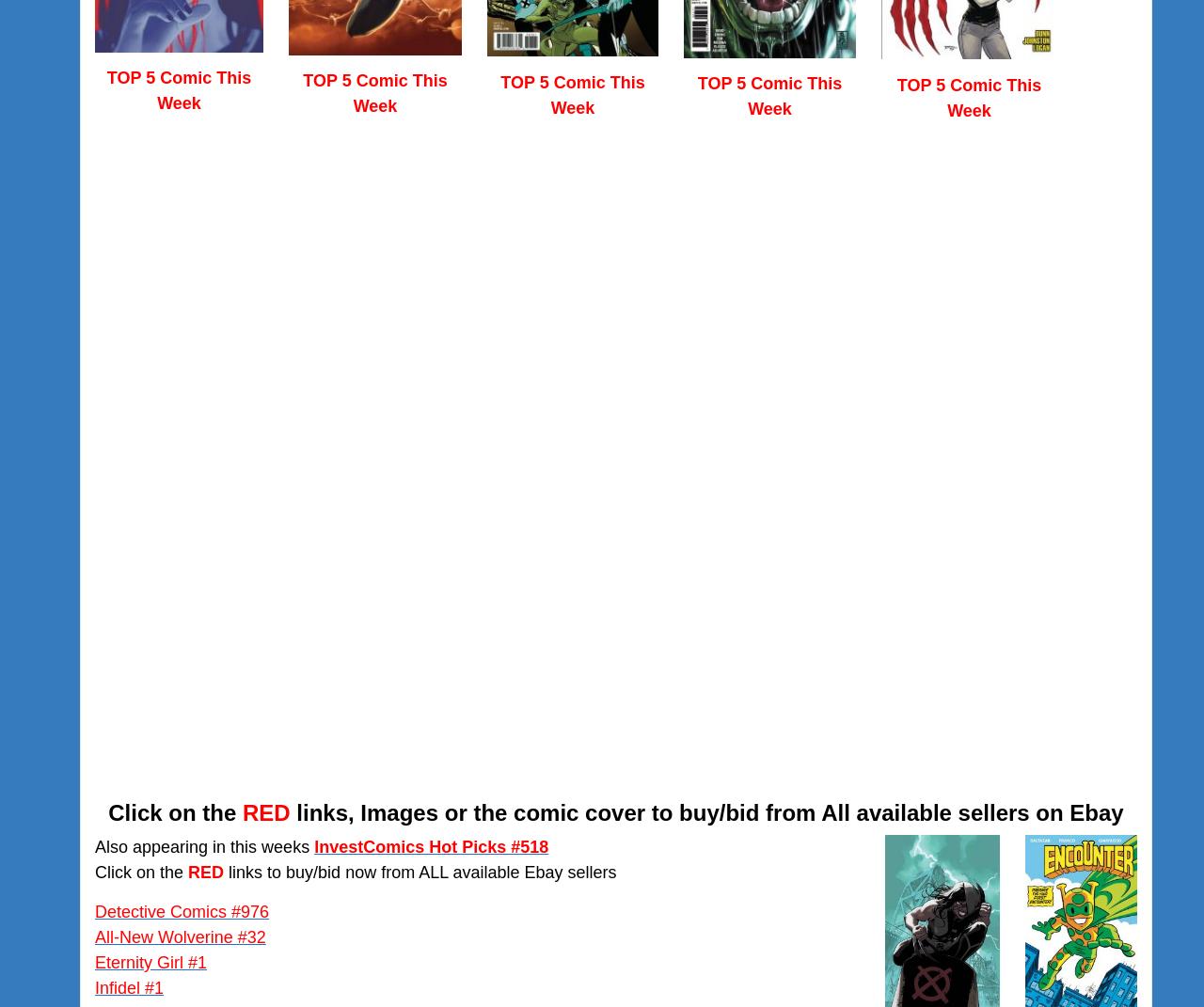  What do you see at coordinates (419, 870) in the screenshot?
I see `'links to buy/bid now from ALL available Ebay sellers'` at bounding box center [419, 870].